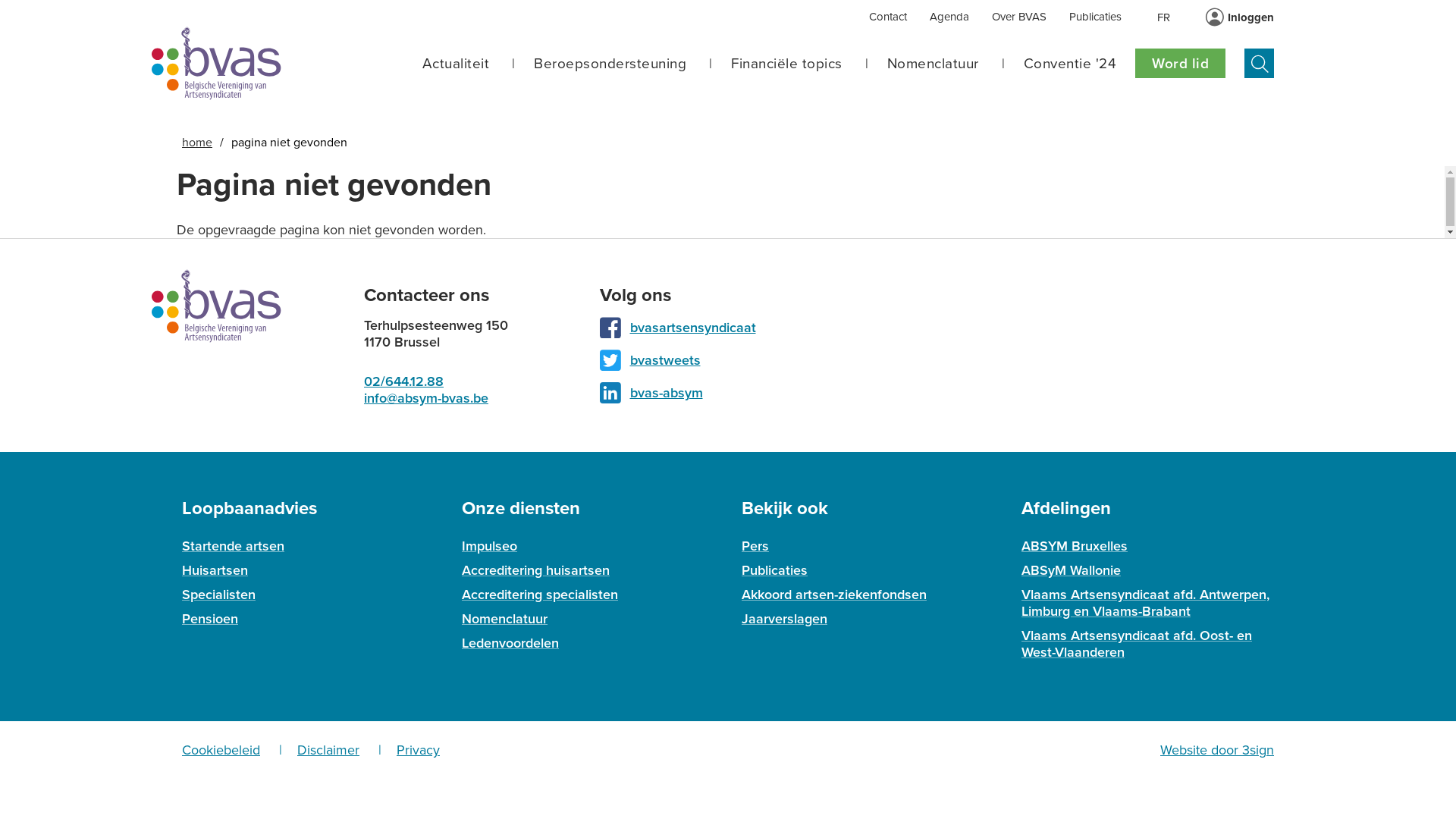  I want to click on 'bvas-absym', so click(666, 391).